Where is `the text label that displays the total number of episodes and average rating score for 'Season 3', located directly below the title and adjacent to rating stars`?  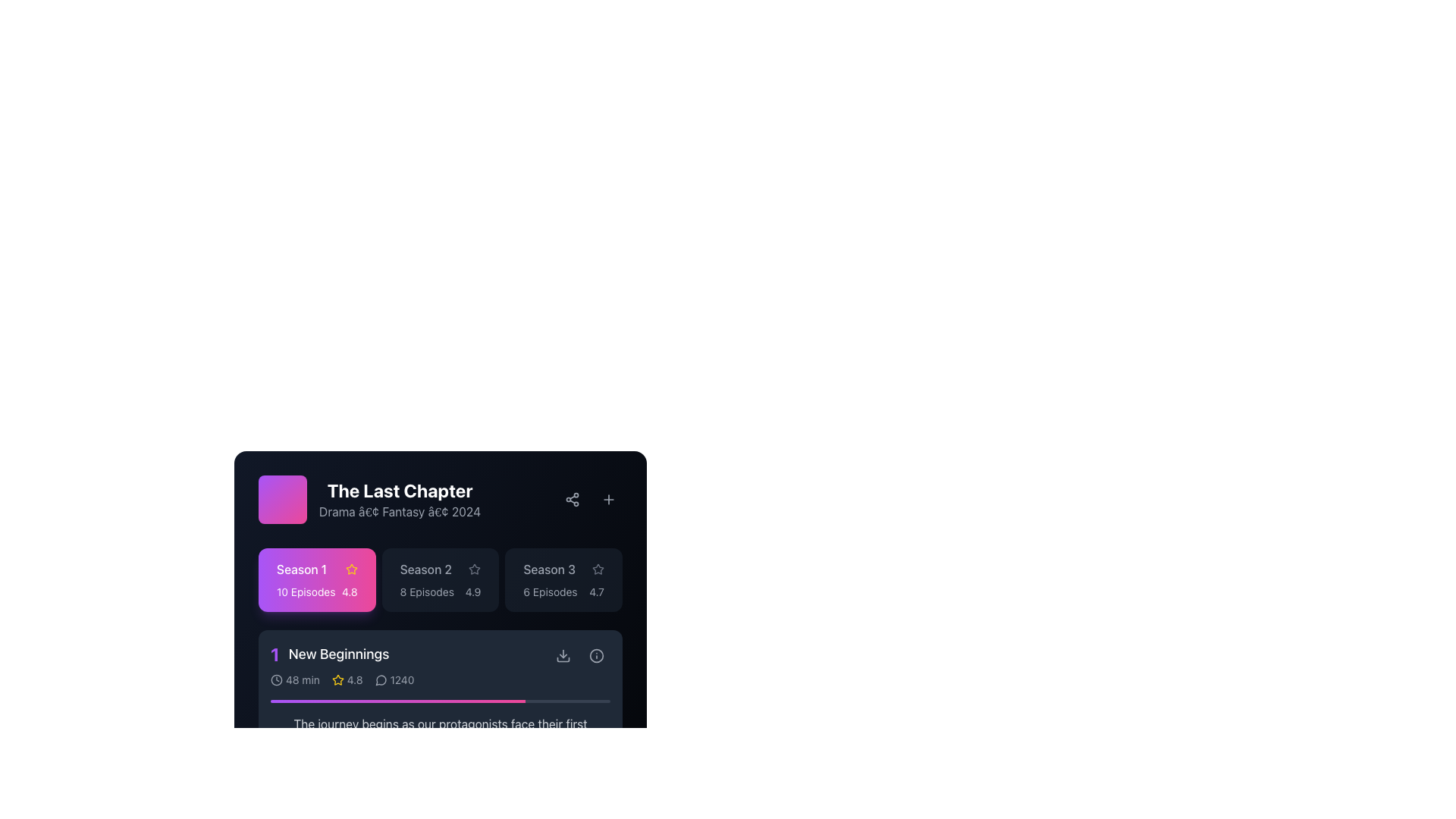
the text label that displays the total number of episodes and average rating score for 'Season 3', located directly below the title and adjacent to rating stars is located at coordinates (563, 591).